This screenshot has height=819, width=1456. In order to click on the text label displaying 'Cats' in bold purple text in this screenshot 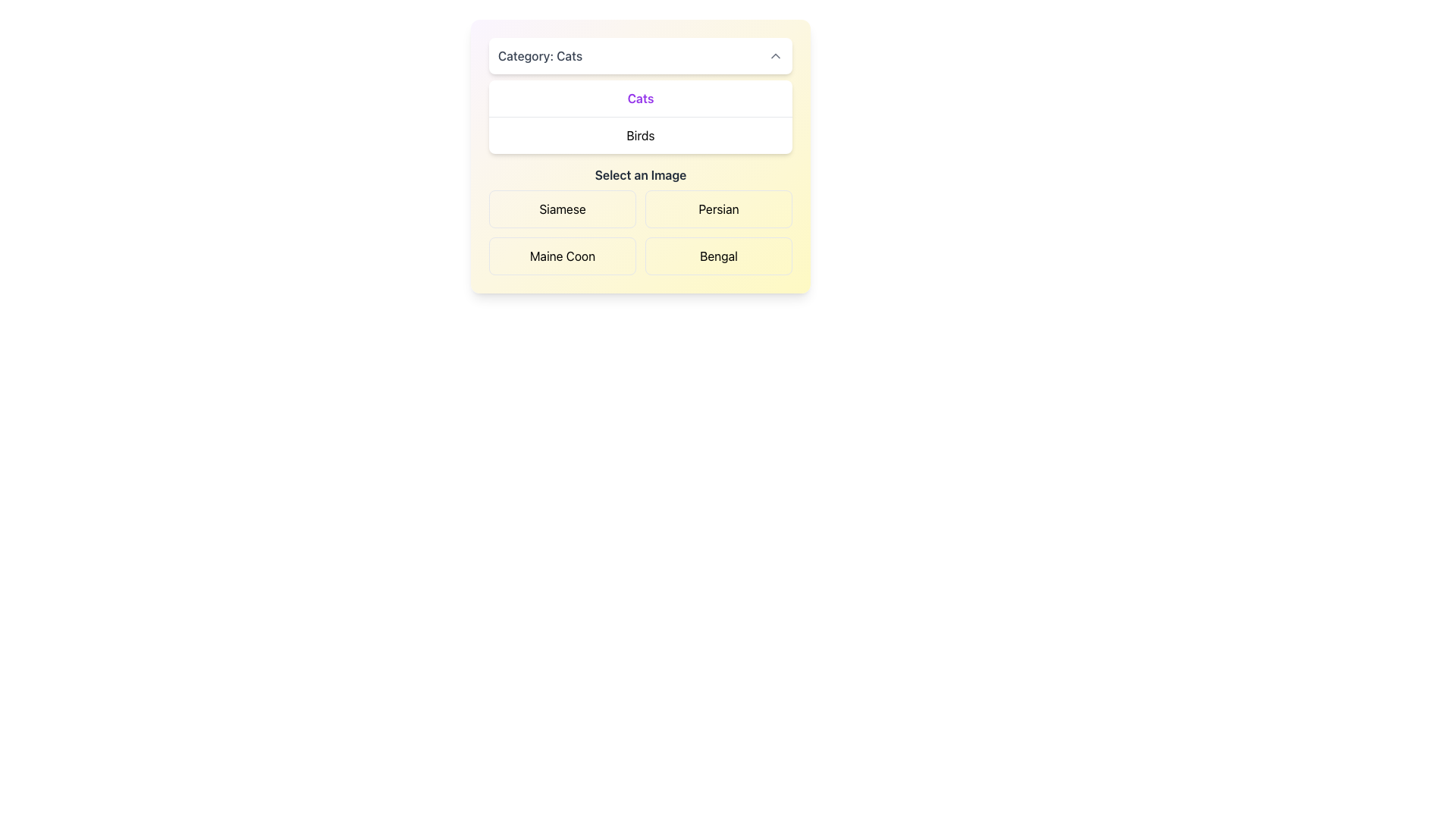, I will do `click(640, 99)`.